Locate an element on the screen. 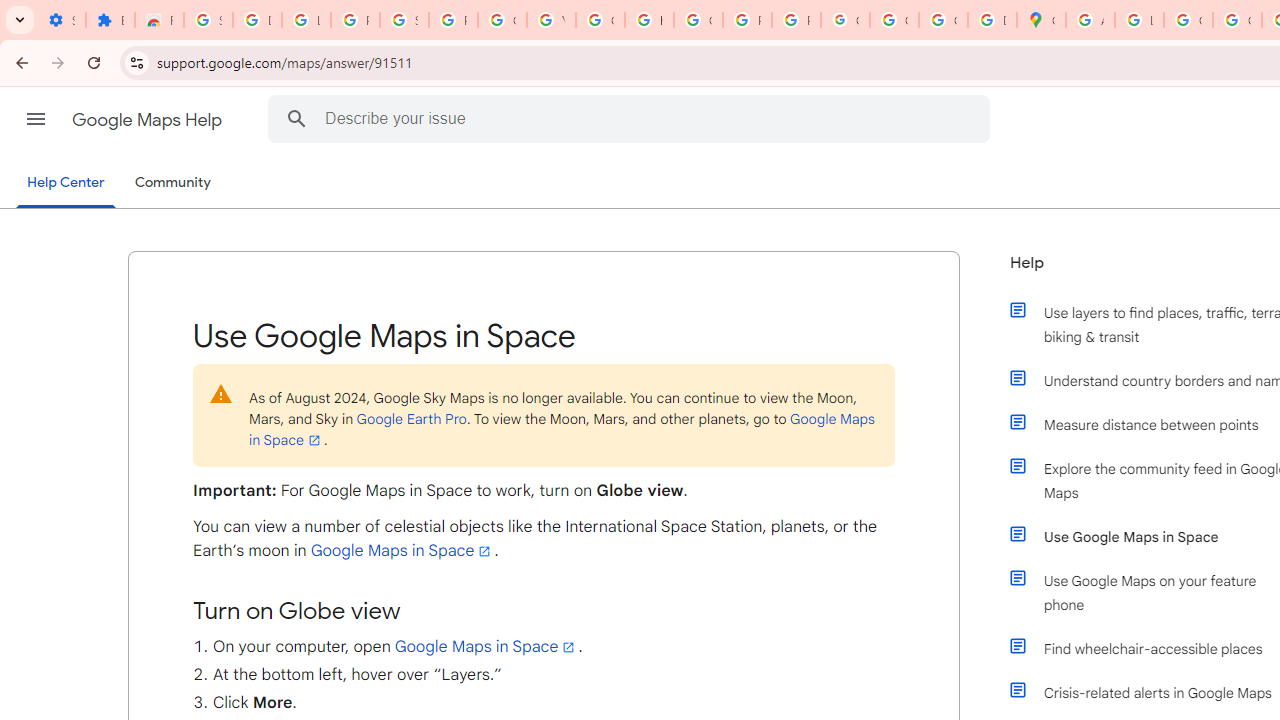 The width and height of the screenshot is (1280, 720). 'Google Maps' is located at coordinates (1040, 20).